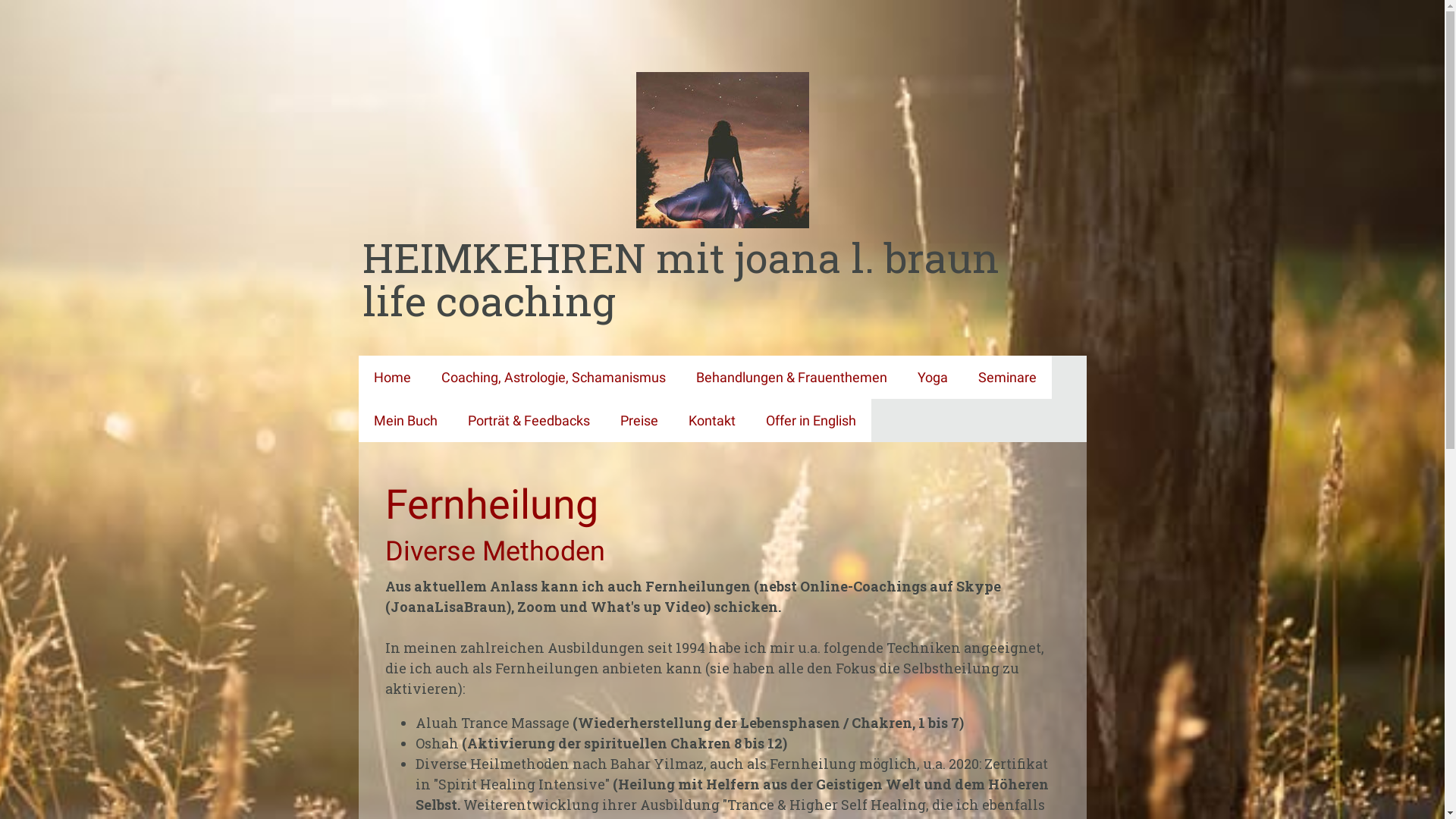 The image size is (1456, 819). I want to click on 'Yoga', so click(931, 376).